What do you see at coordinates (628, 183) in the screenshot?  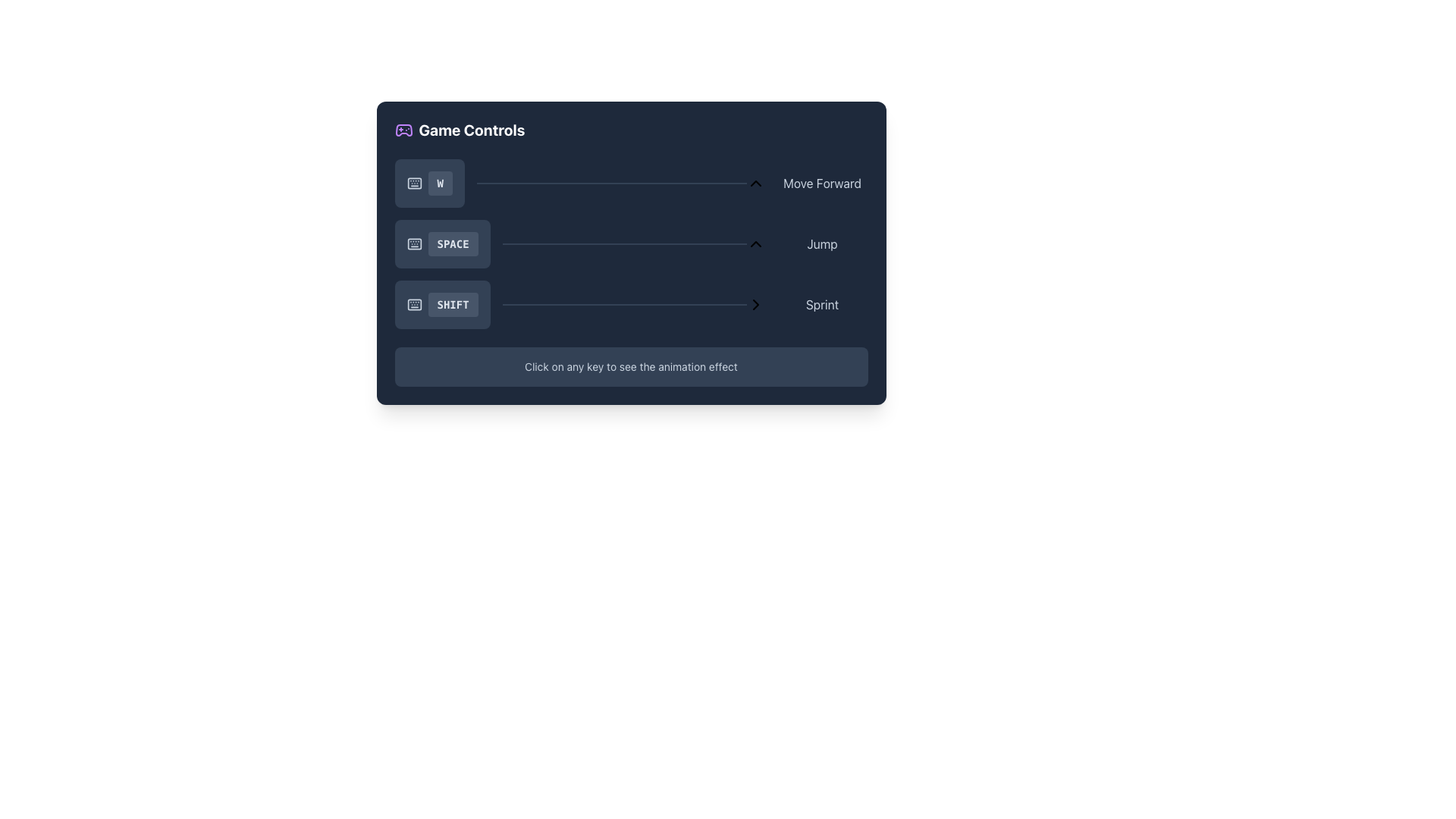 I see `the slider` at bounding box center [628, 183].